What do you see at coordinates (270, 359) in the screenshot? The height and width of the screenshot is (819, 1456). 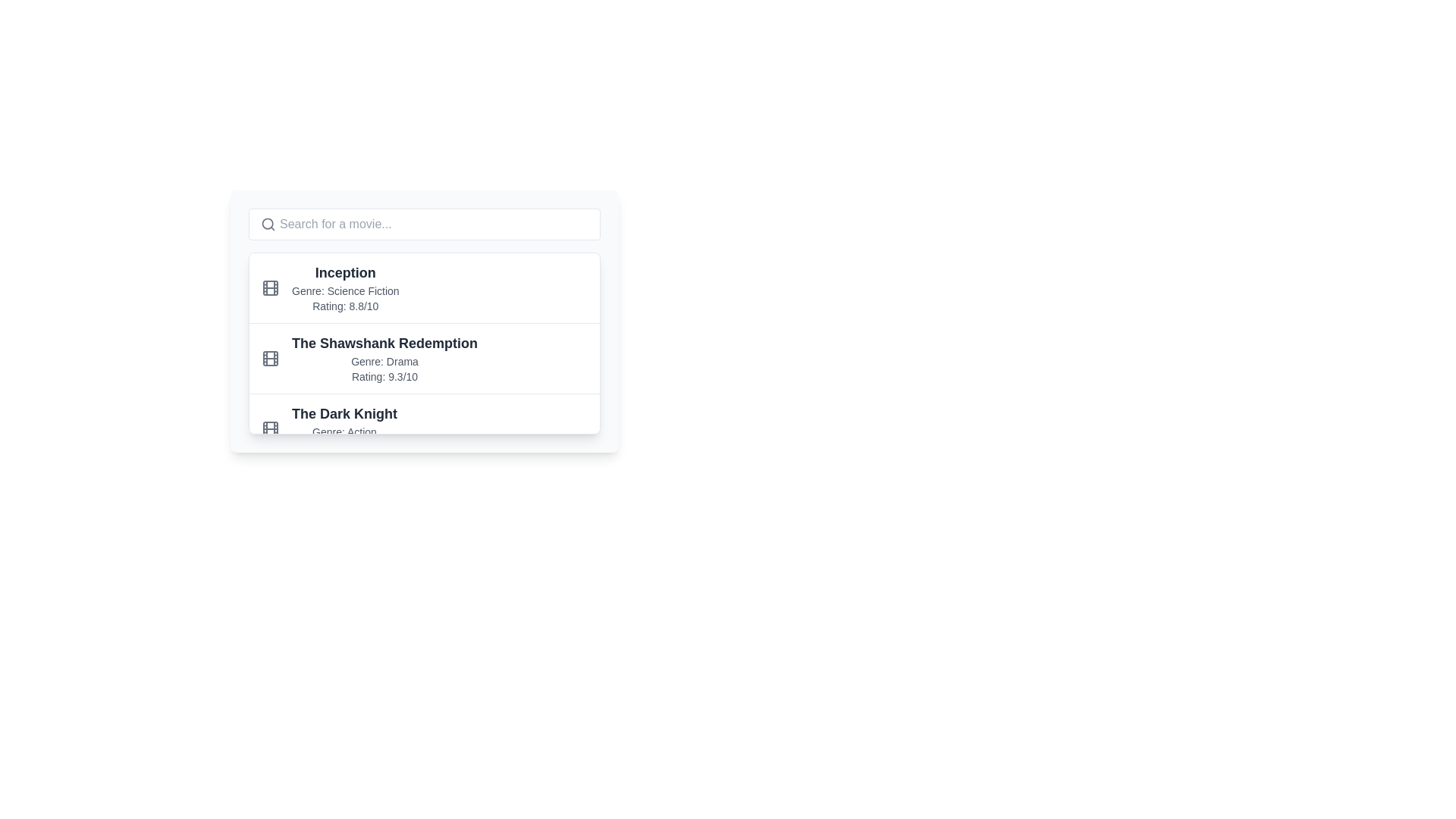 I see `the movie icon representing 'The Shawshank Redemption' located on the left side of its text content in the movie list` at bounding box center [270, 359].